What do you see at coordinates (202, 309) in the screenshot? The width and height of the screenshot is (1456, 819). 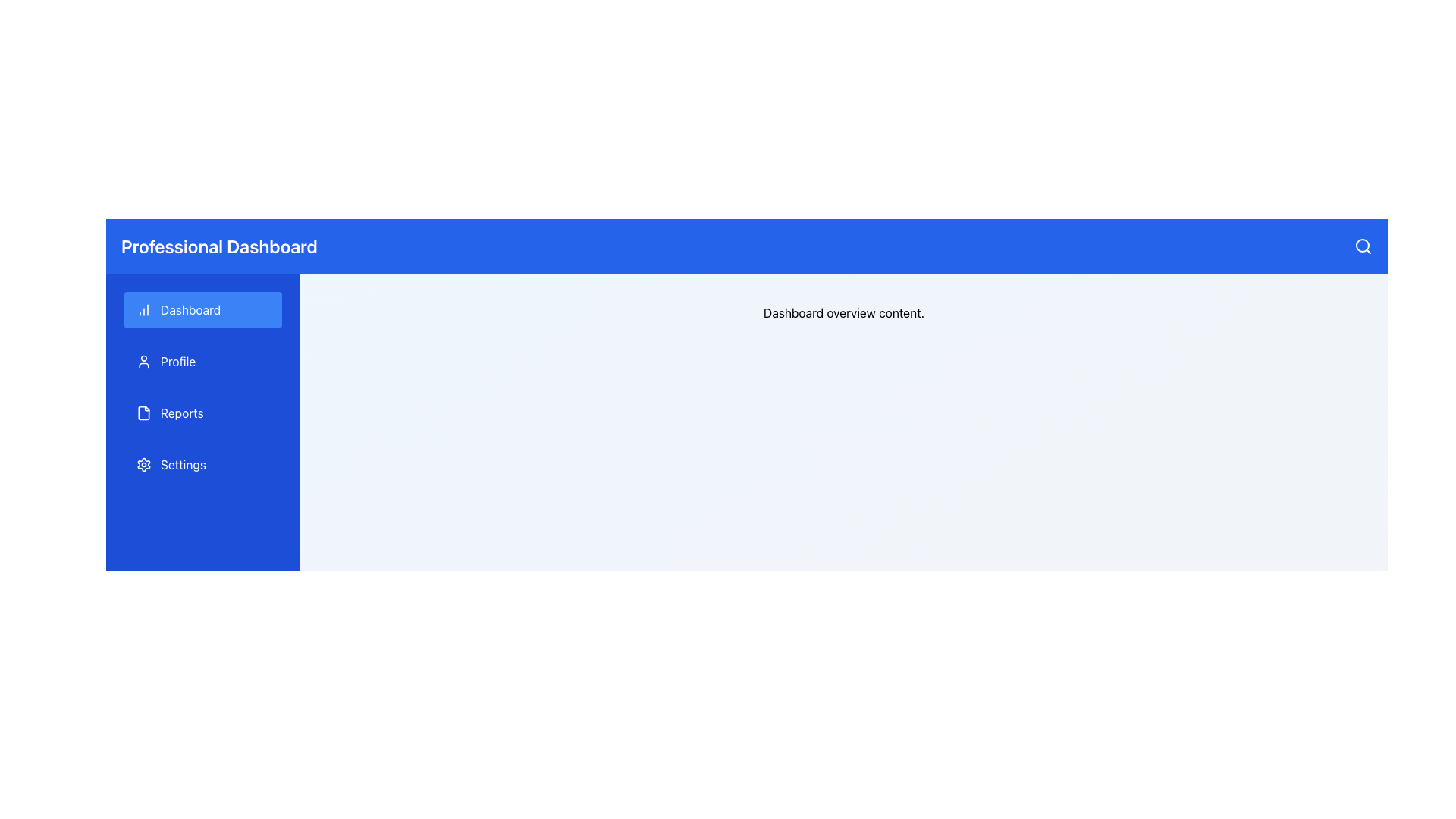 I see `the blue rectangular button labeled 'Dashboard' in the vertical navigation menu` at bounding box center [202, 309].